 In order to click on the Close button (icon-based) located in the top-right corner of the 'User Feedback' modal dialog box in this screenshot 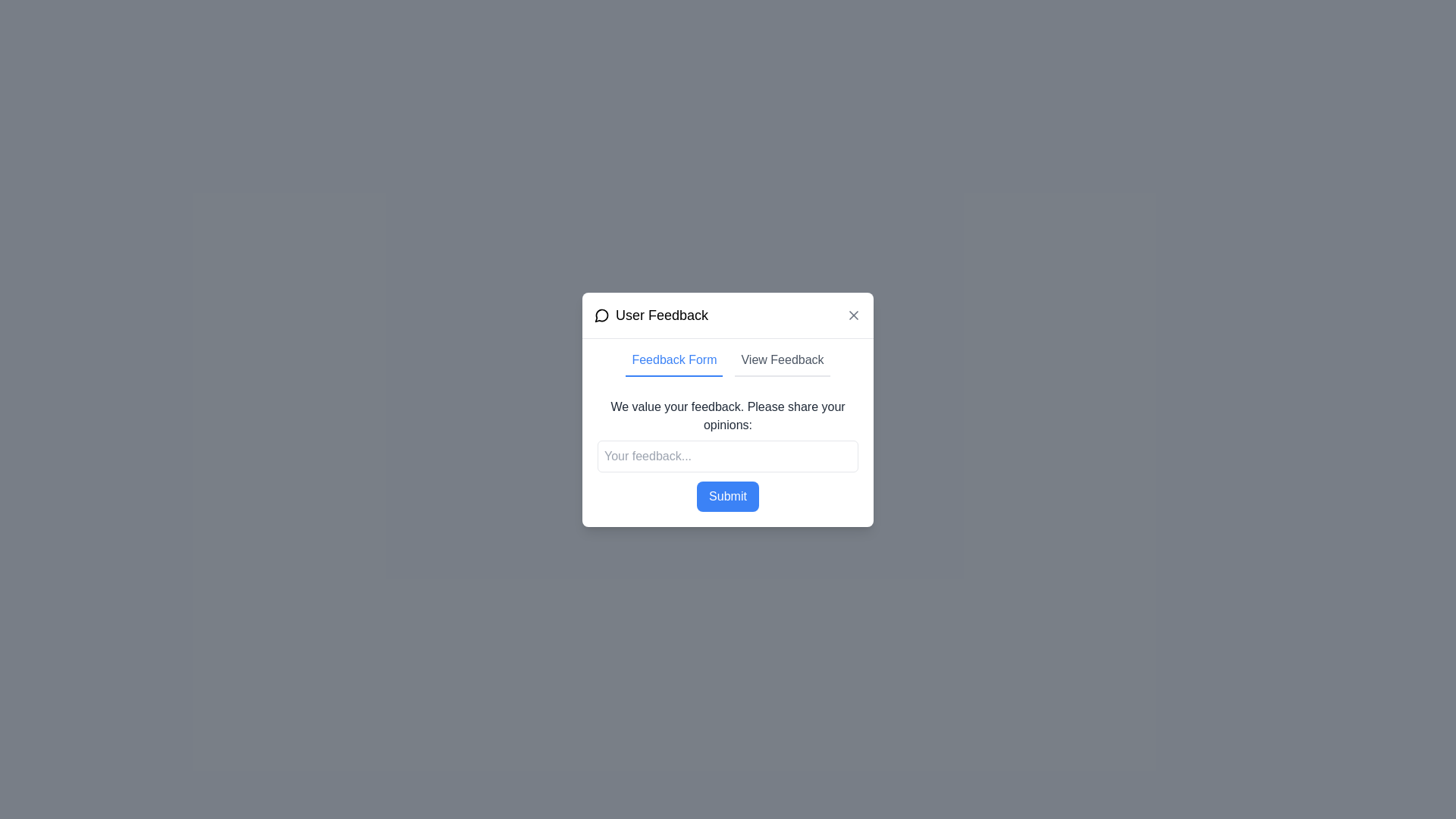, I will do `click(854, 314)`.